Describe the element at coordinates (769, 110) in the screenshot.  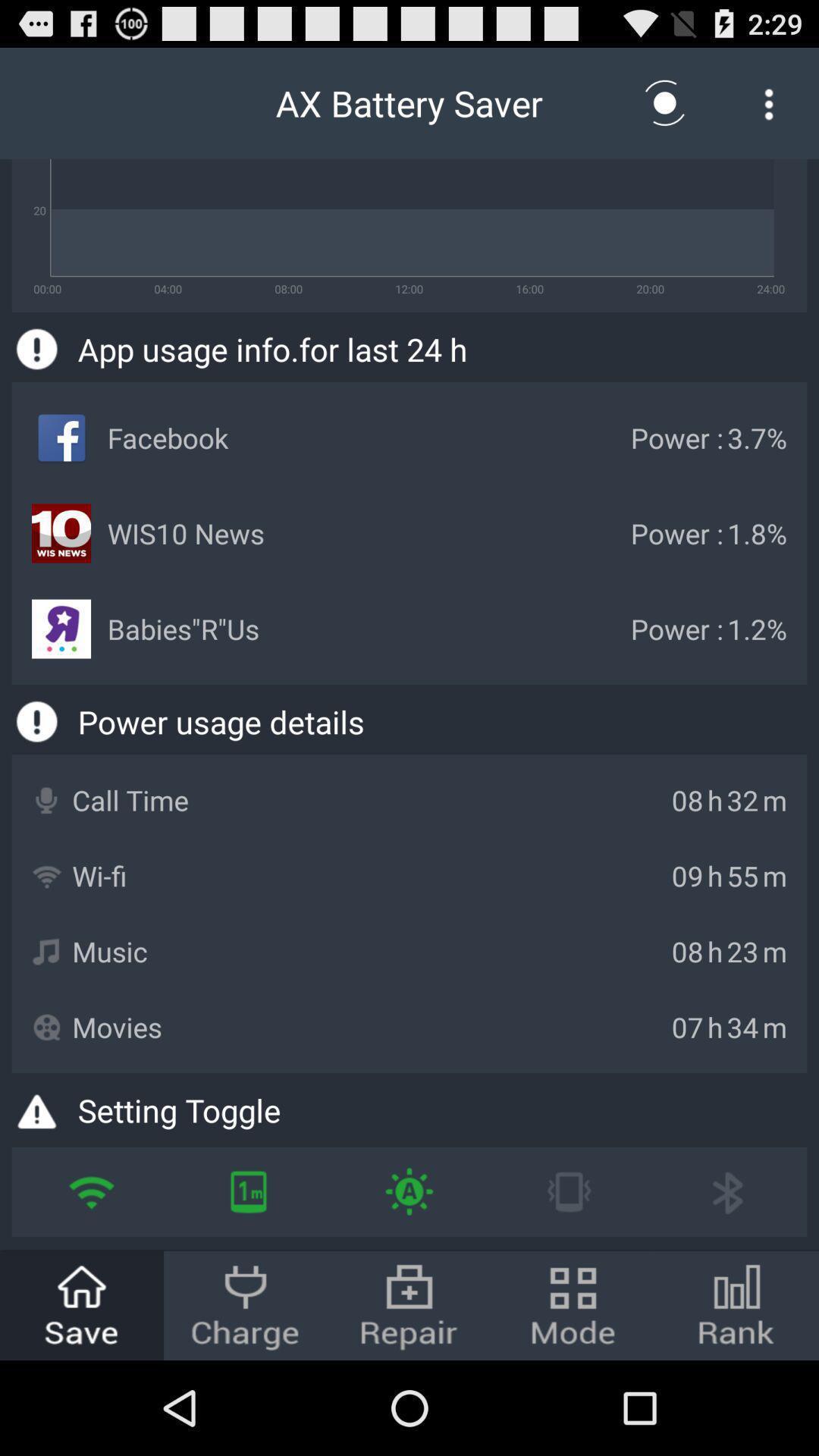
I see `the more icon` at that location.